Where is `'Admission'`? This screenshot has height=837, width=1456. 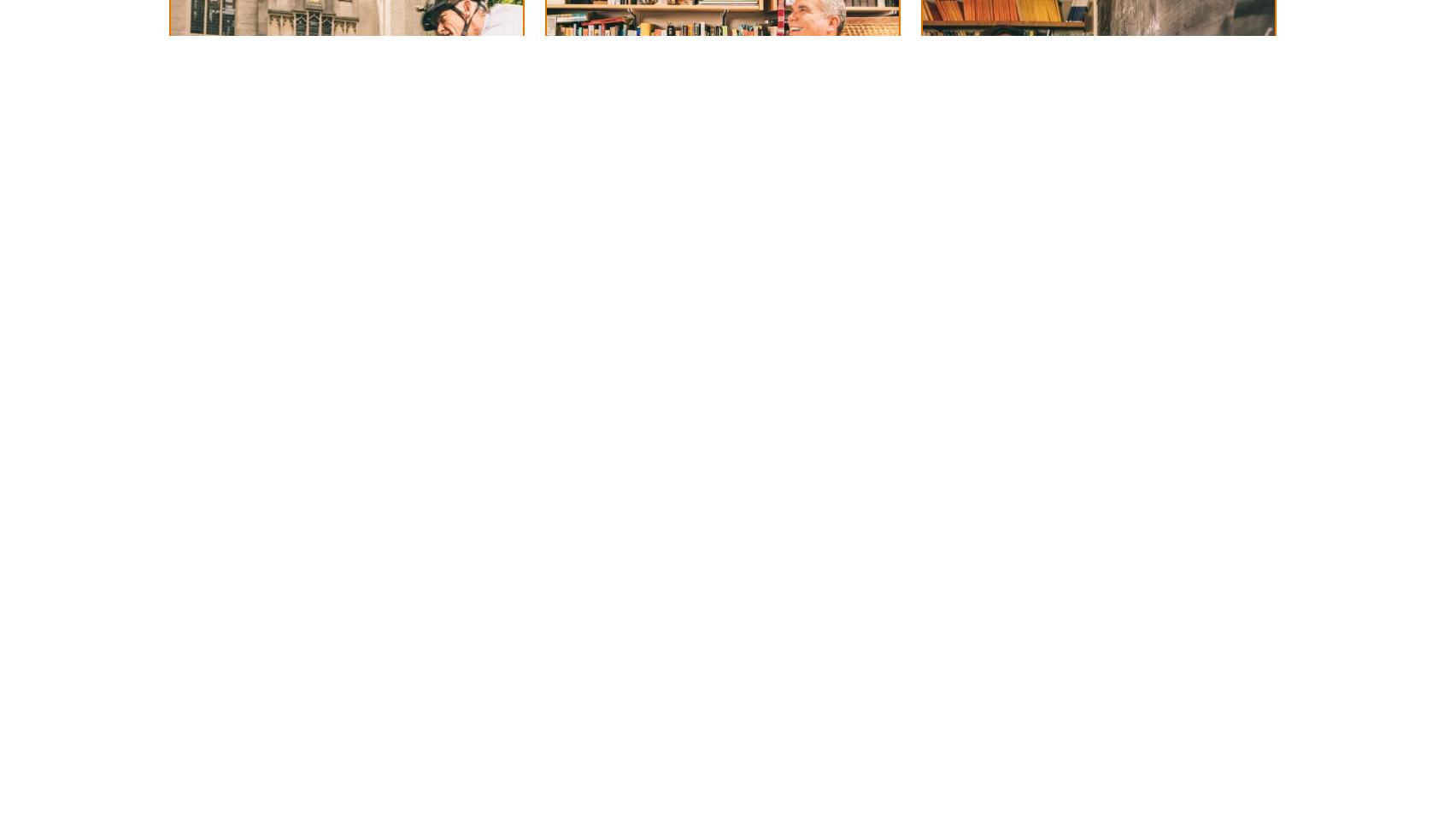 'Admission' is located at coordinates (215, 48).